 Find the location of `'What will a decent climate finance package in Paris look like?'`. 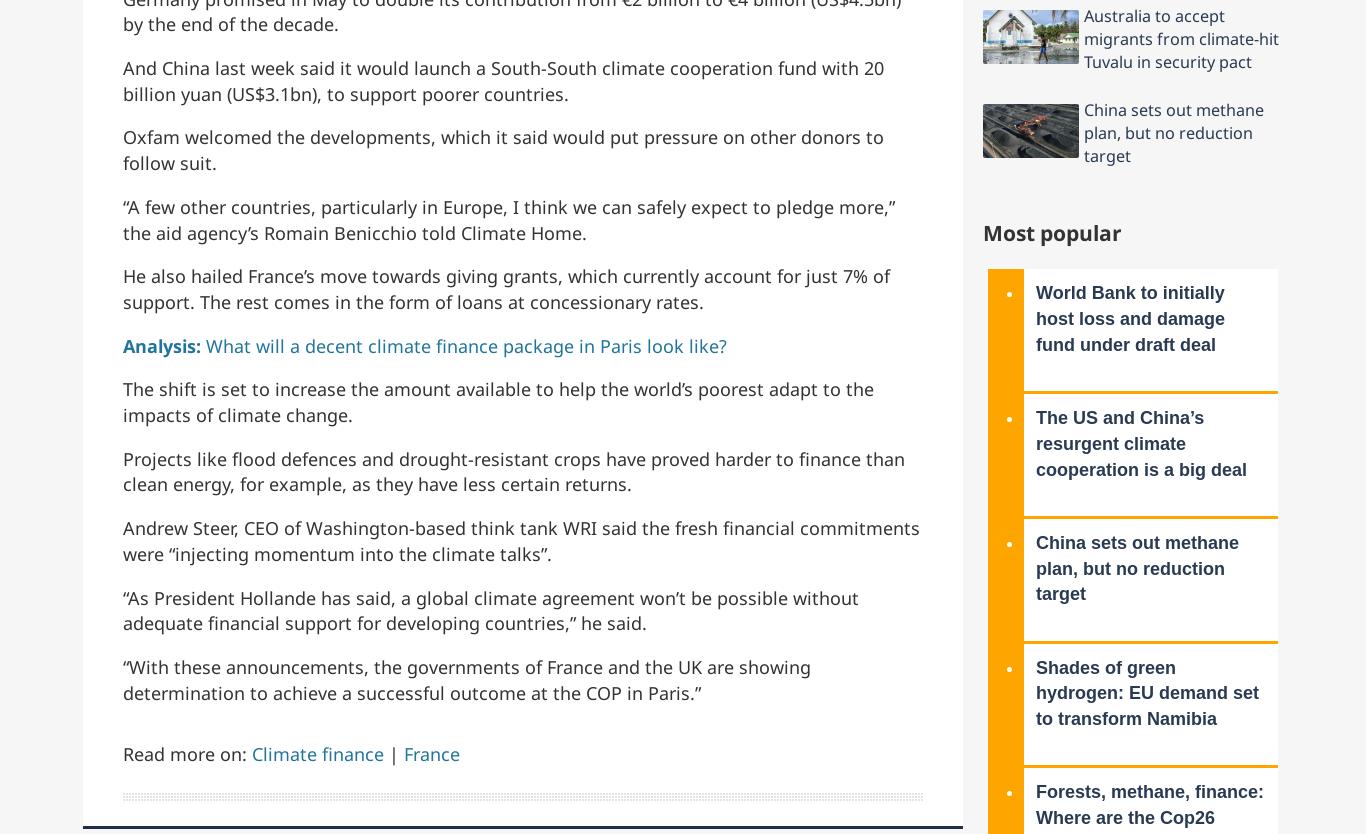

'What will a decent climate finance package in Paris look like?' is located at coordinates (464, 345).